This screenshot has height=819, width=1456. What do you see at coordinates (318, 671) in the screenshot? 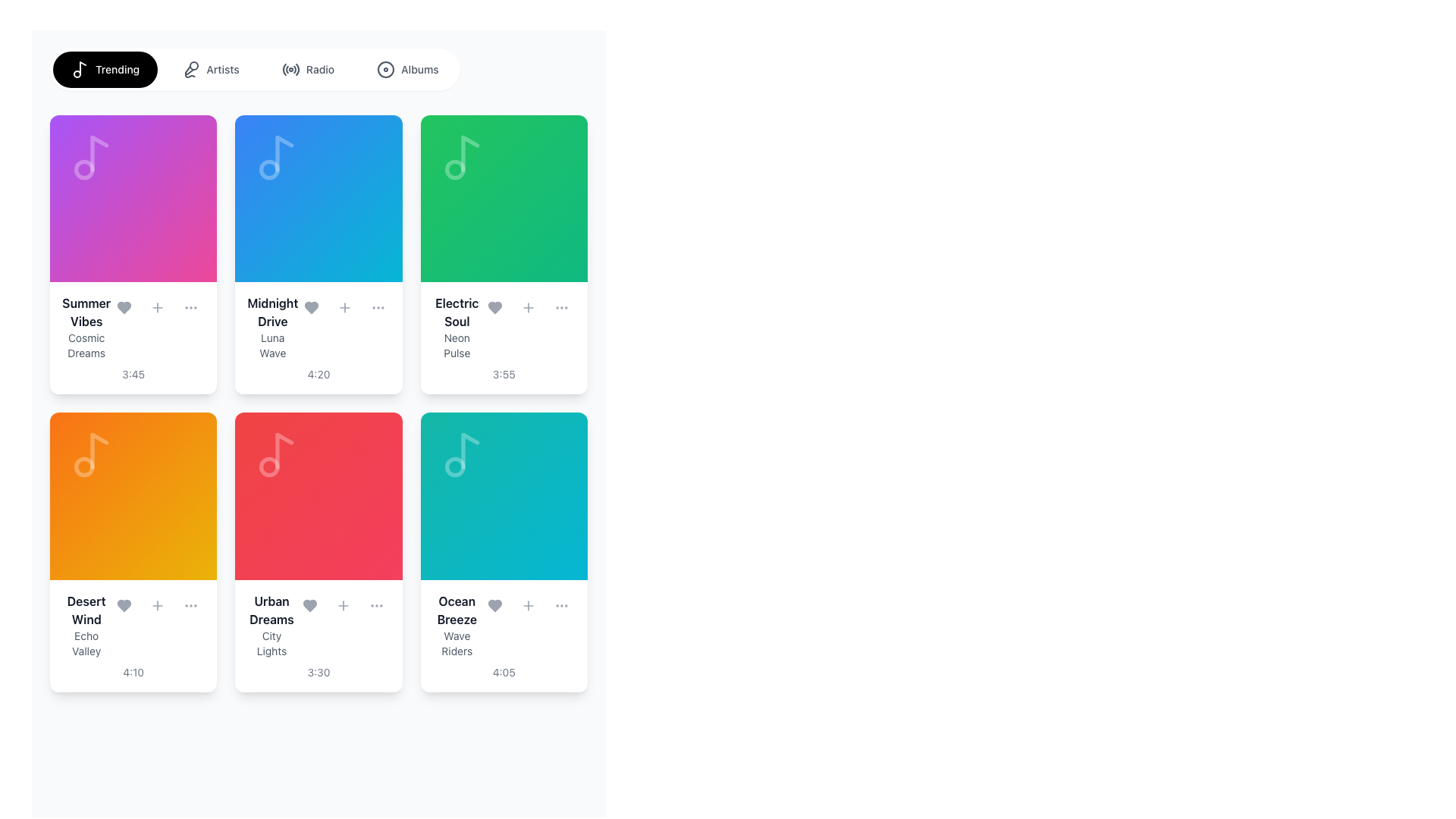
I see `duration text label located at the bottom of the 'Urban Dreams' and 'City Lights' card in the grid layout` at bounding box center [318, 671].